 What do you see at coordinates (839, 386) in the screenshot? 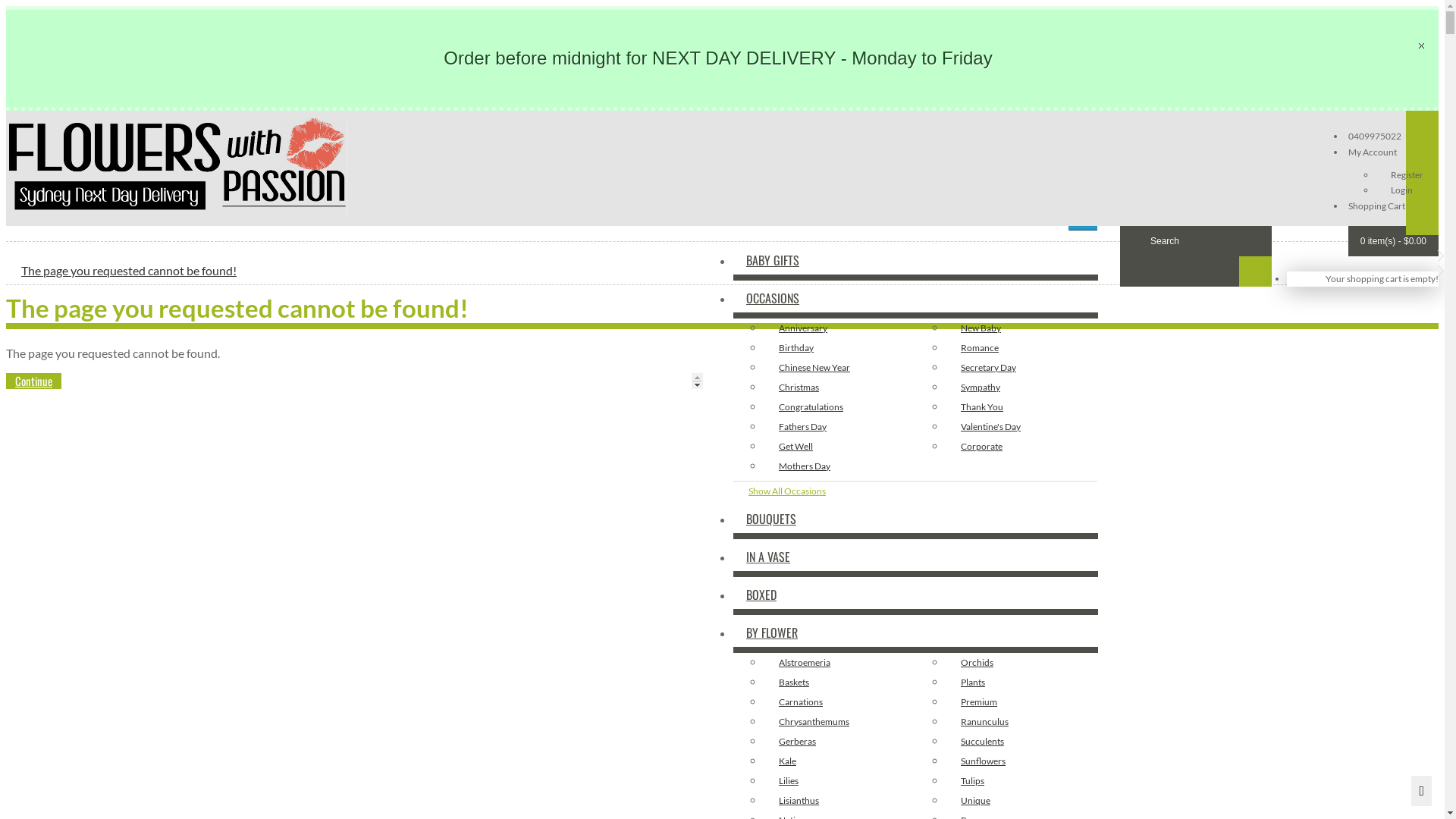
I see `'Christmas'` at bounding box center [839, 386].